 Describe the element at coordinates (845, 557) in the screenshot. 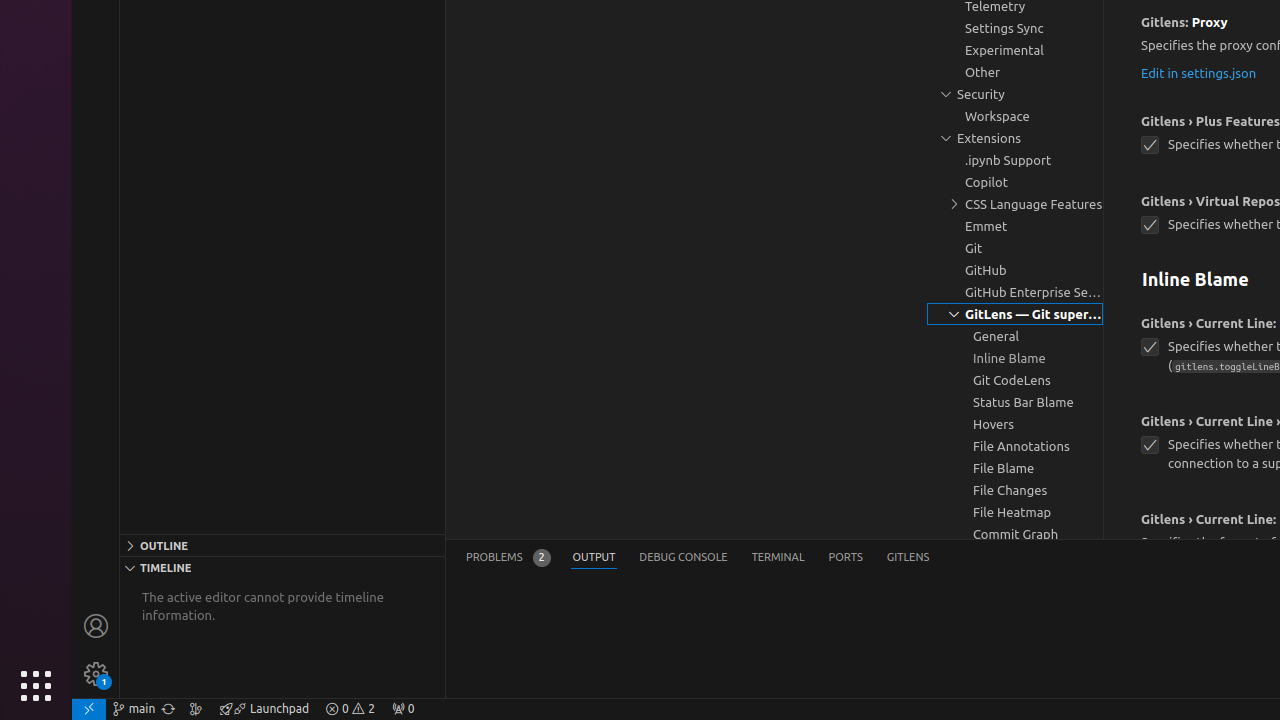

I see `'Ports'` at that location.